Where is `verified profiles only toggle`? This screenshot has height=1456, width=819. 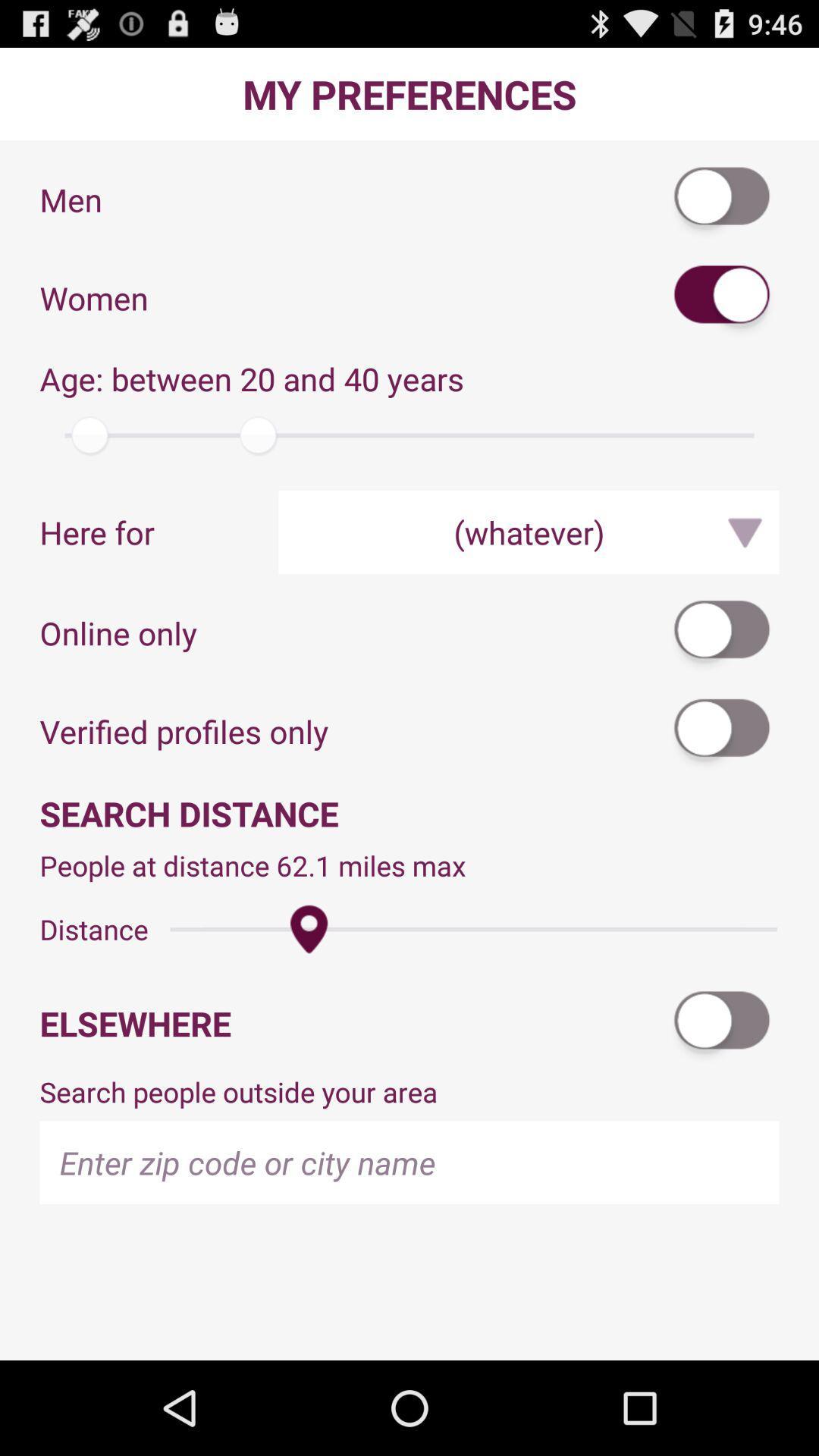
verified profiles only toggle is located at coordinates (722, 731).